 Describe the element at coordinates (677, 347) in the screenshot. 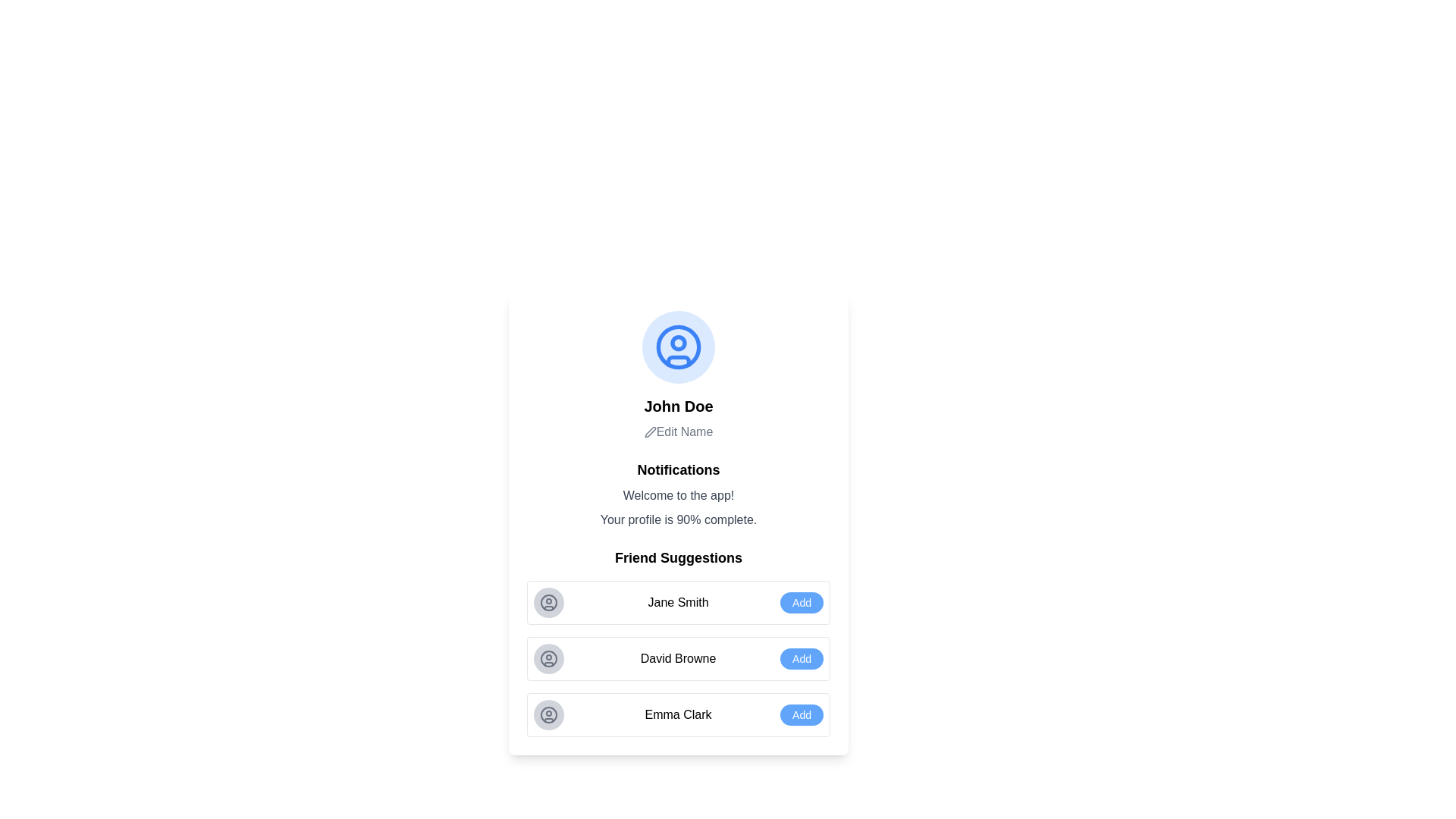

I see `the user profile icon representing 'John Doe', which is centrally located above the text` at that location.